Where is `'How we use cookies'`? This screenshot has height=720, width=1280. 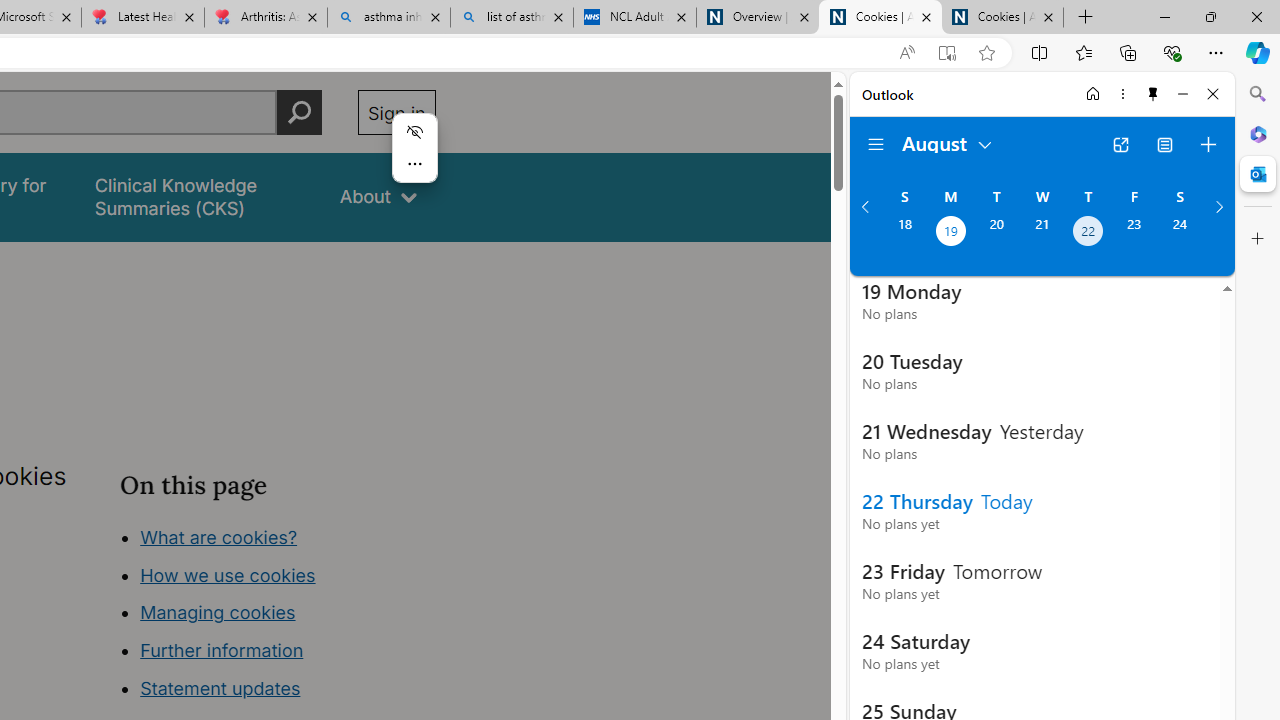 'How we use cookies' is located at coordinates (227, 574).